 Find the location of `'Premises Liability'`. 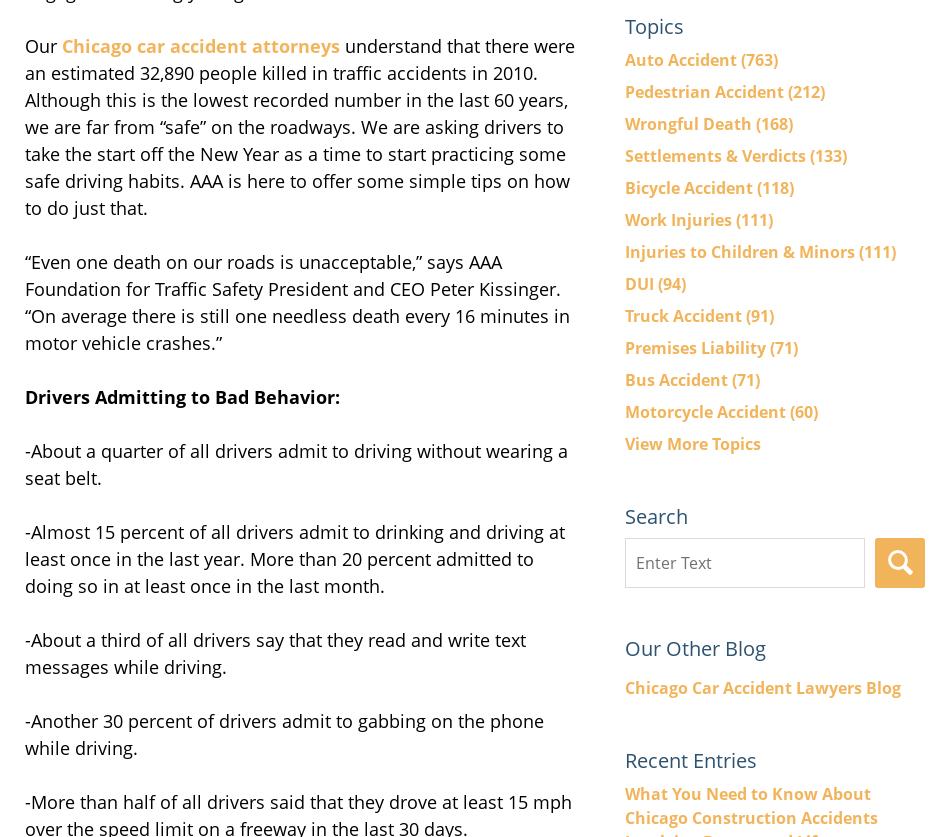

'Premises Liability' is located at coordinates (697, 347).